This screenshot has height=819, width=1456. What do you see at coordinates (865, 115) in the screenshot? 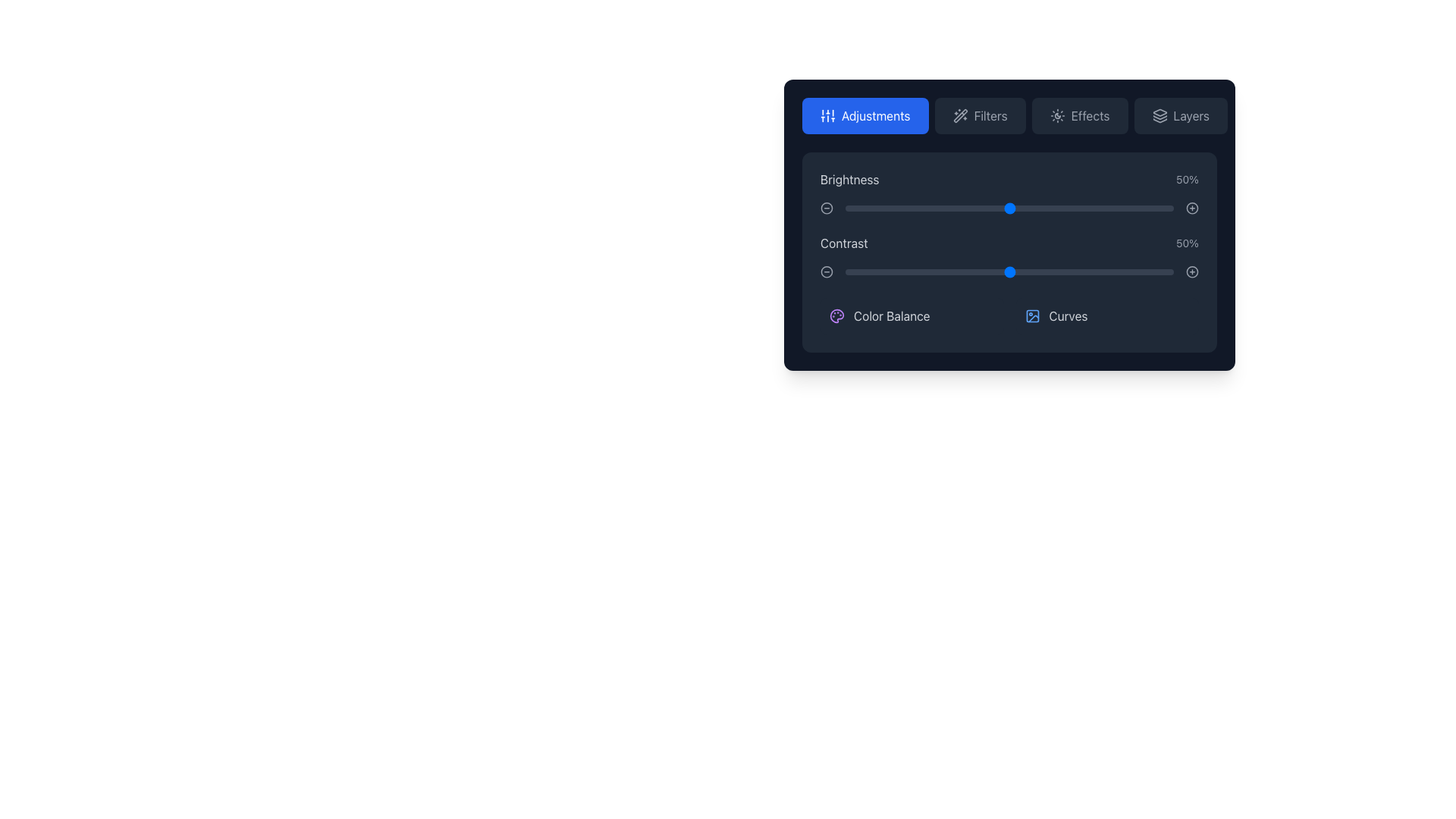
I see `the 'Adjustments' button located at the top left of the interface for keyboard navigation` at bounding box center [865, 115].